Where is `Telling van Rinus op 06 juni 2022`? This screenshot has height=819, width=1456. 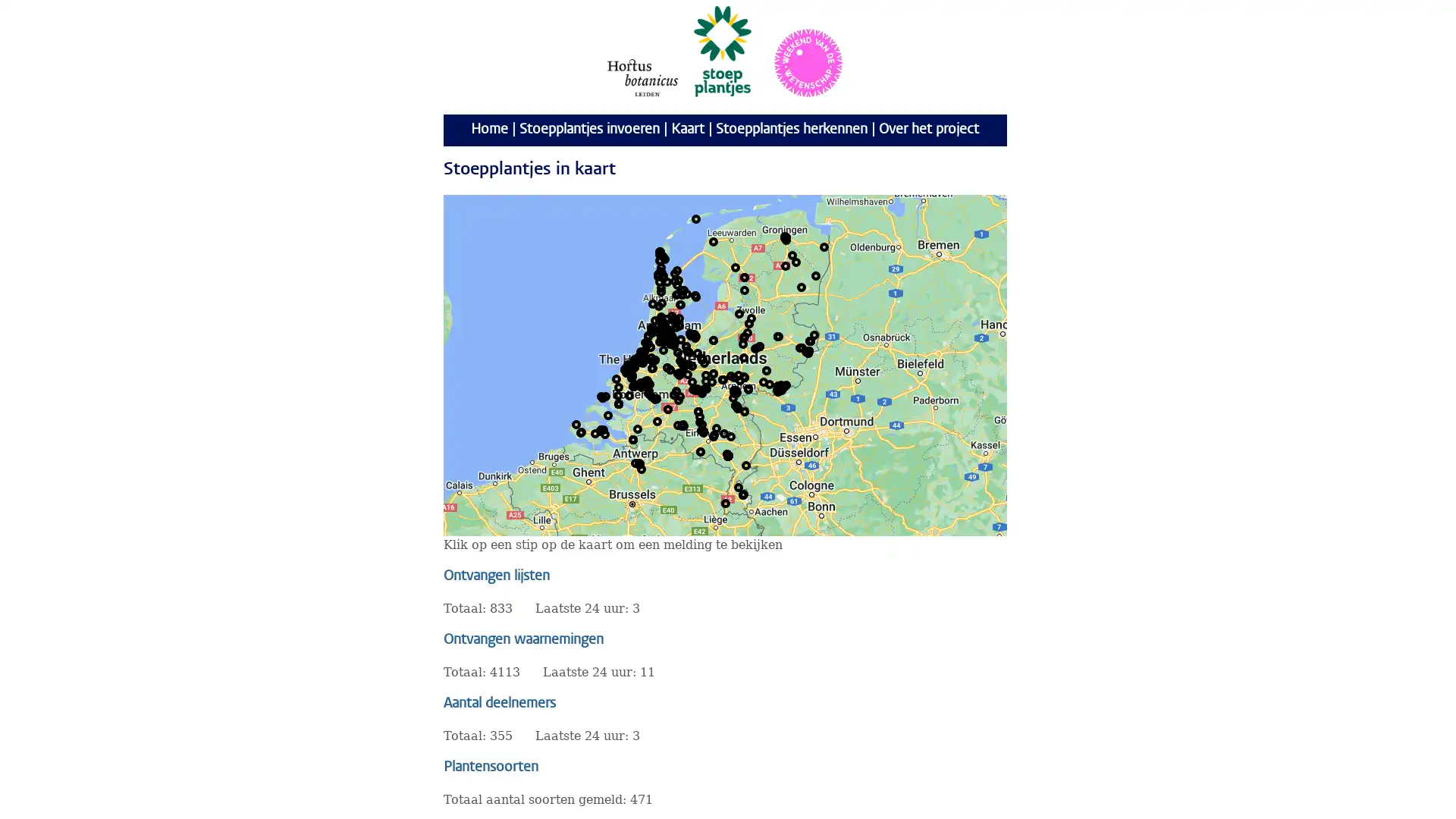
Telling van Rinus op 06 juni 2022 is located at coordinates (618, 394).